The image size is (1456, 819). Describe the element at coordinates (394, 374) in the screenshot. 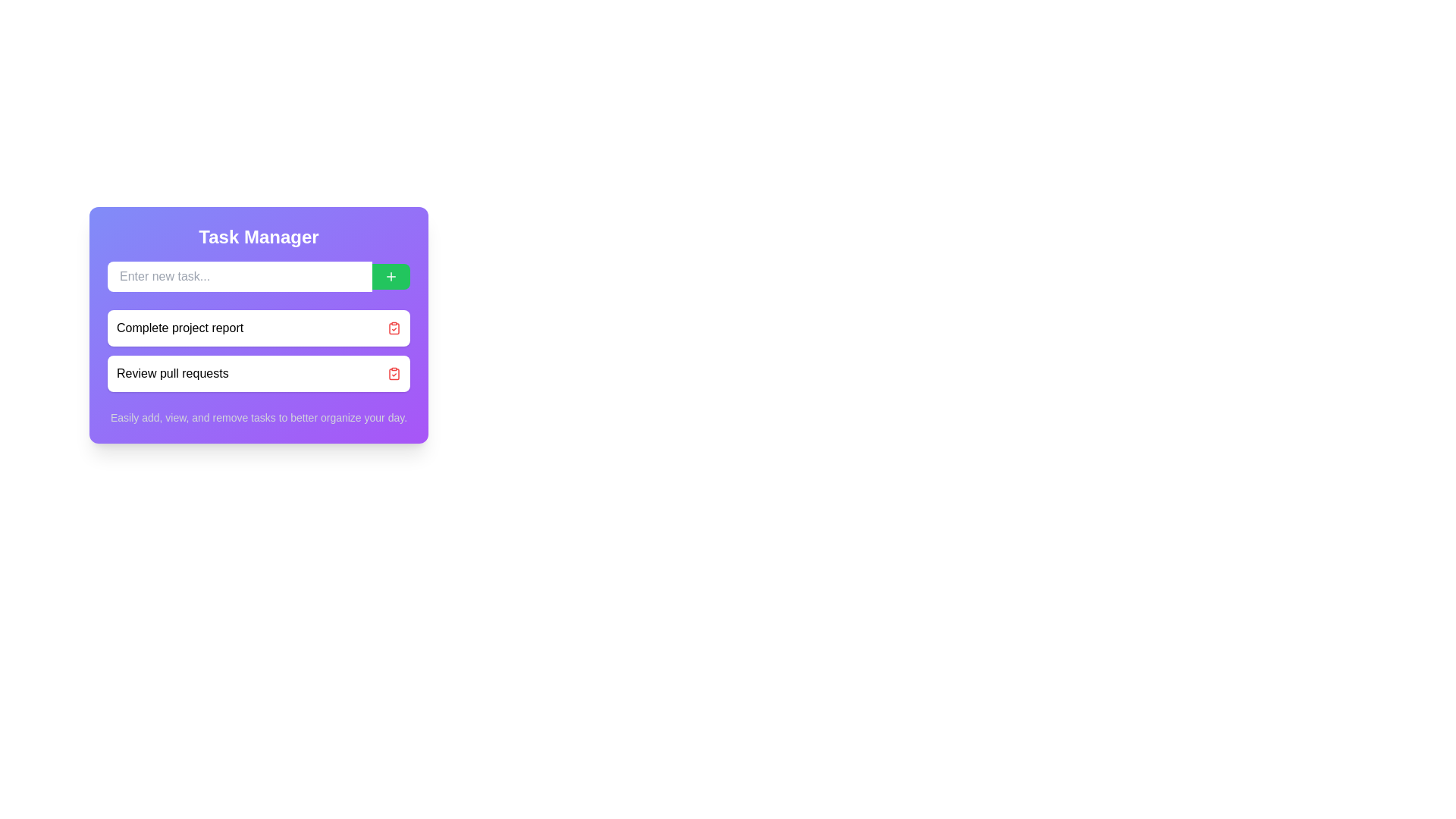

I see `the red clipboard icon with a checkmark located next to the 'Review pull requests' task in the second row` at that location.